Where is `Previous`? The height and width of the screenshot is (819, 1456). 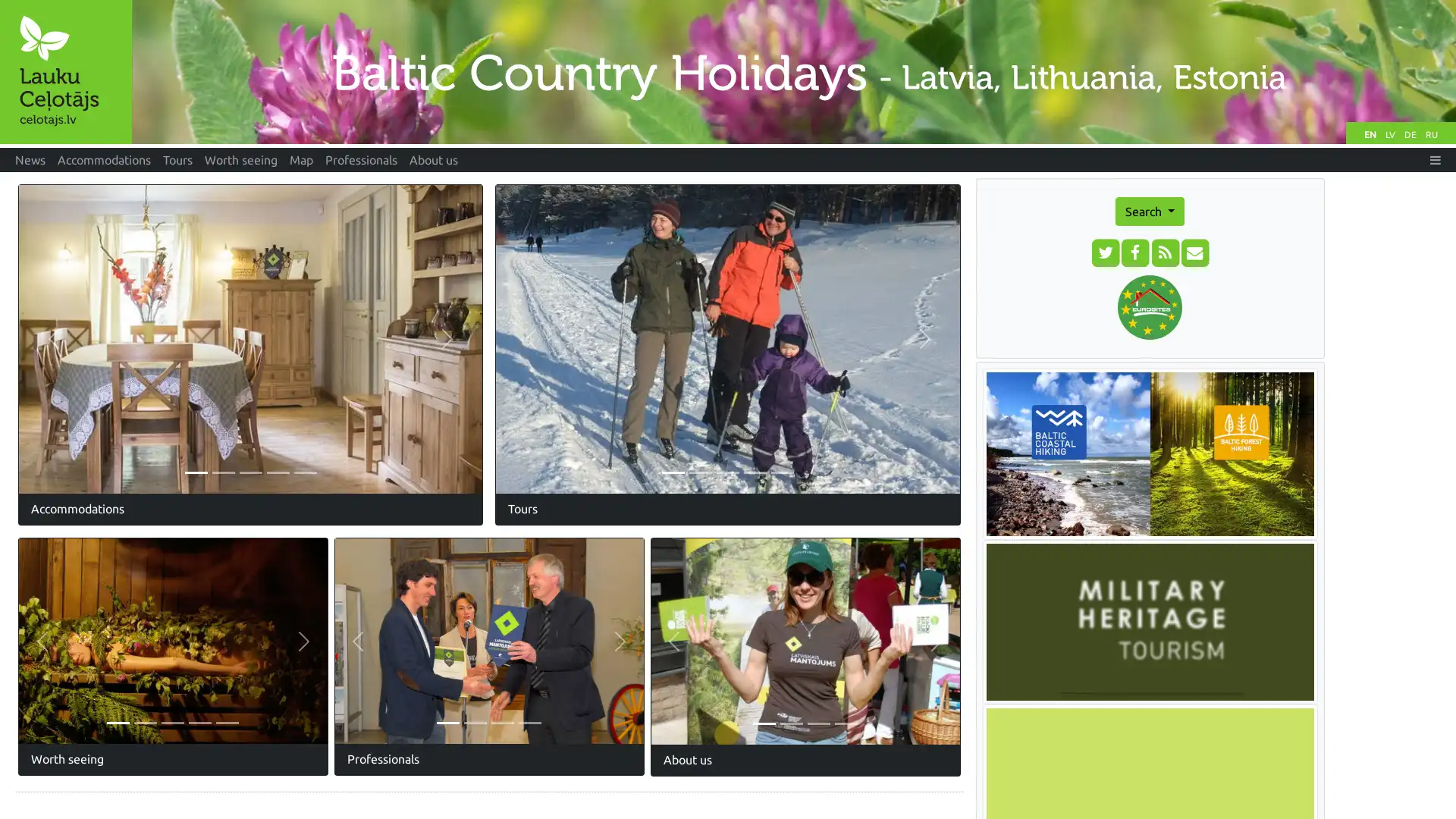 Previous is located at coordinates (53, 338).